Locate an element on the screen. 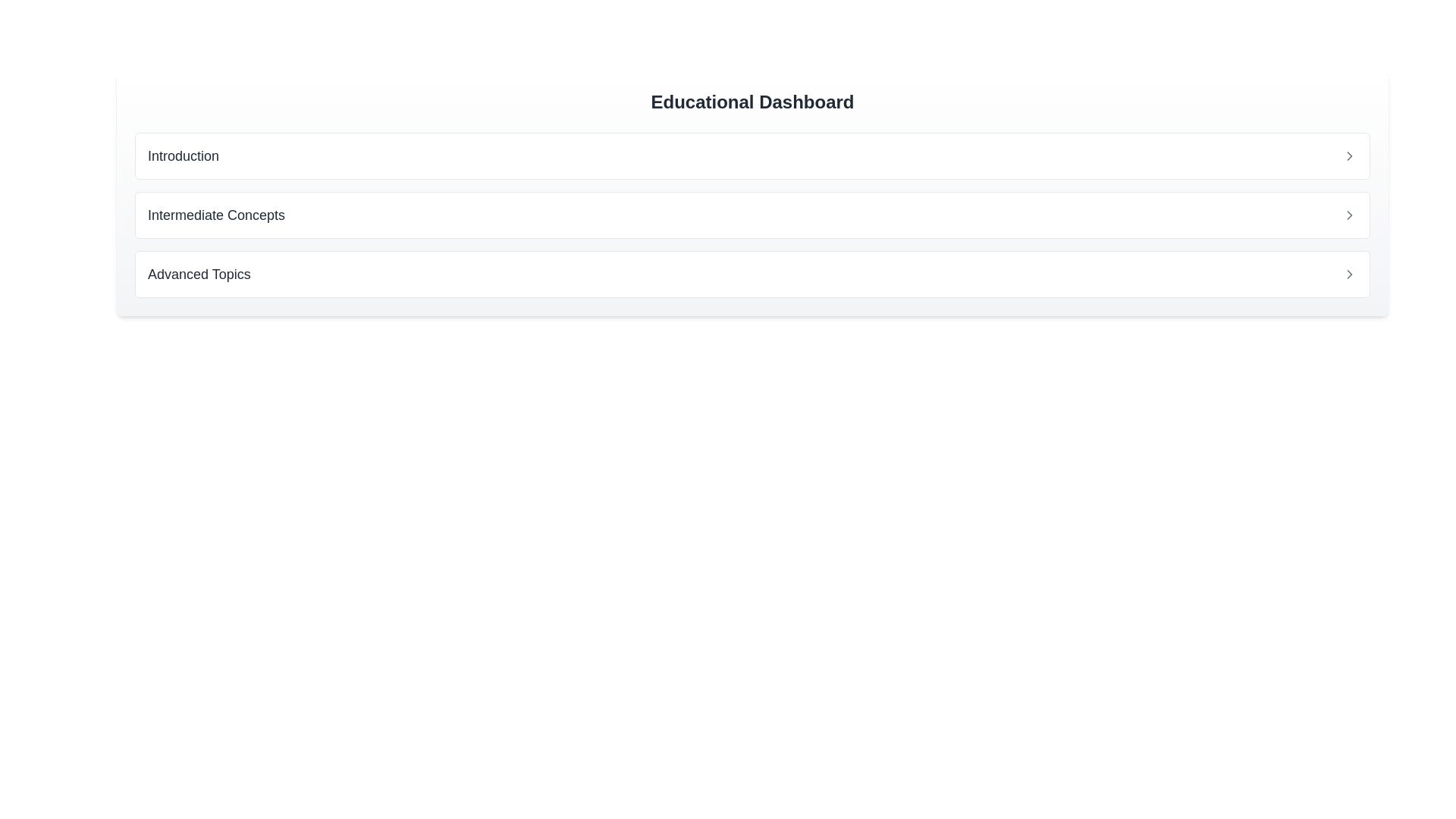 This screenshot has width=1456, height=819. the selectable list item labeled 'Advanced Topics' is located at coordinates (752, 275).